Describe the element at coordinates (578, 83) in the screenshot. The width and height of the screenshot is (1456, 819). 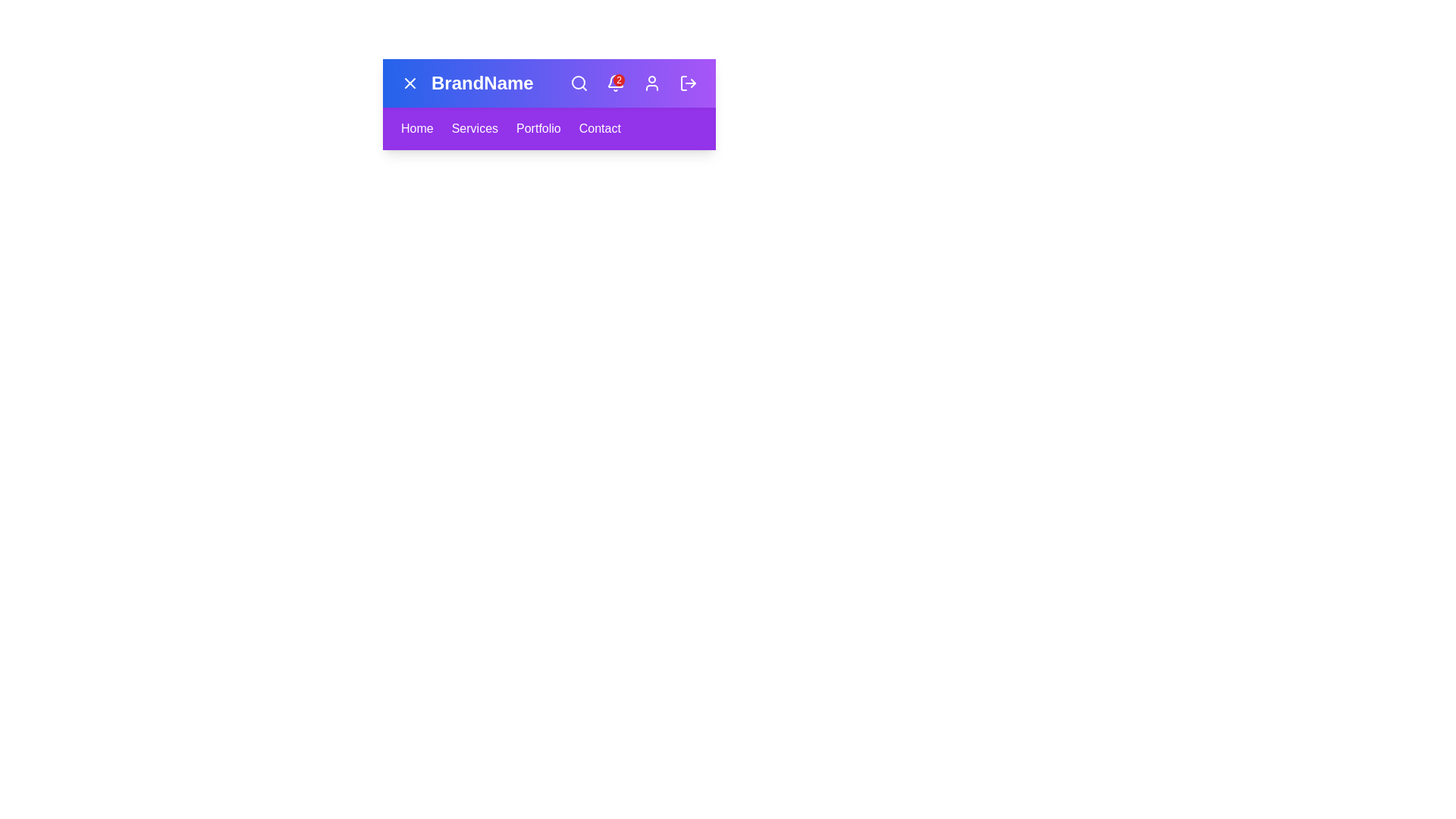
I see `the magnifying glass icon located in the top-right section of the navigation bar to interact with the search functionality` at that location.